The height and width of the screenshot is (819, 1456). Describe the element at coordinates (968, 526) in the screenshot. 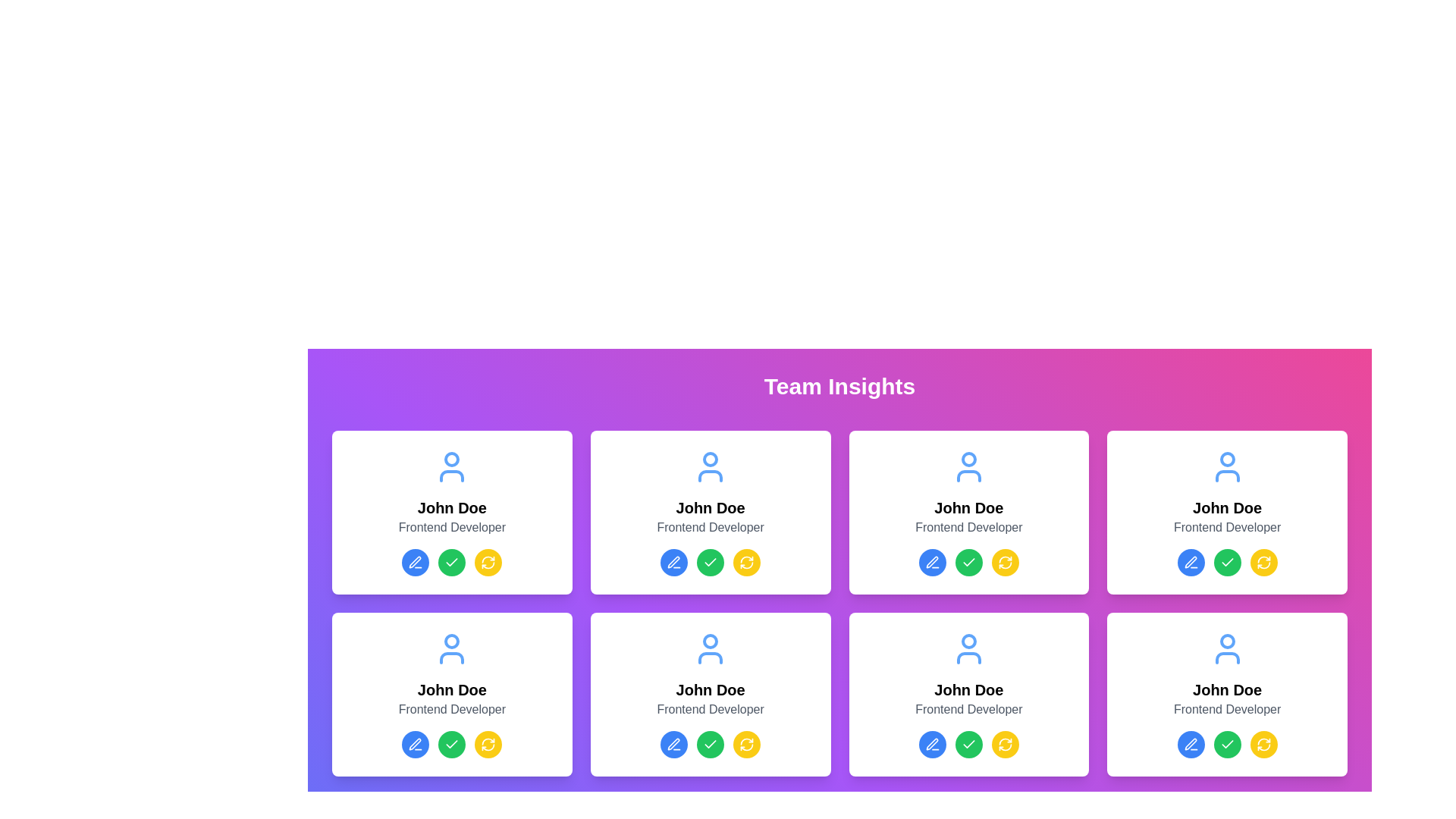

I see `text from the static label that reads 'Frontend Developer', which is styled in gray and located below the 'John Doe' label in the third card of the top row` at that location.